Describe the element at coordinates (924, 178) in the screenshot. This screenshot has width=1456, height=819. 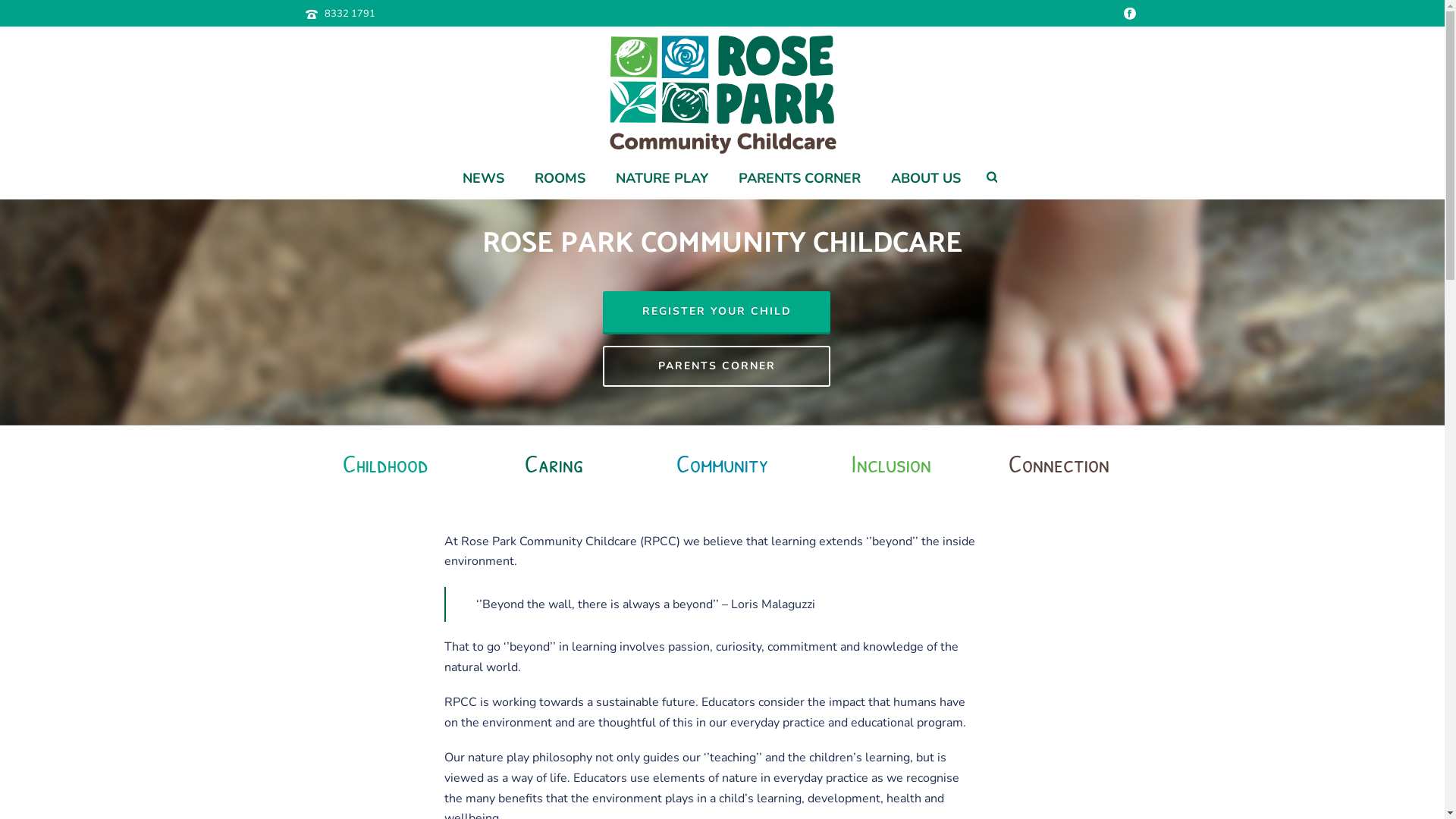
I see `'ABOUT US'` at that location.